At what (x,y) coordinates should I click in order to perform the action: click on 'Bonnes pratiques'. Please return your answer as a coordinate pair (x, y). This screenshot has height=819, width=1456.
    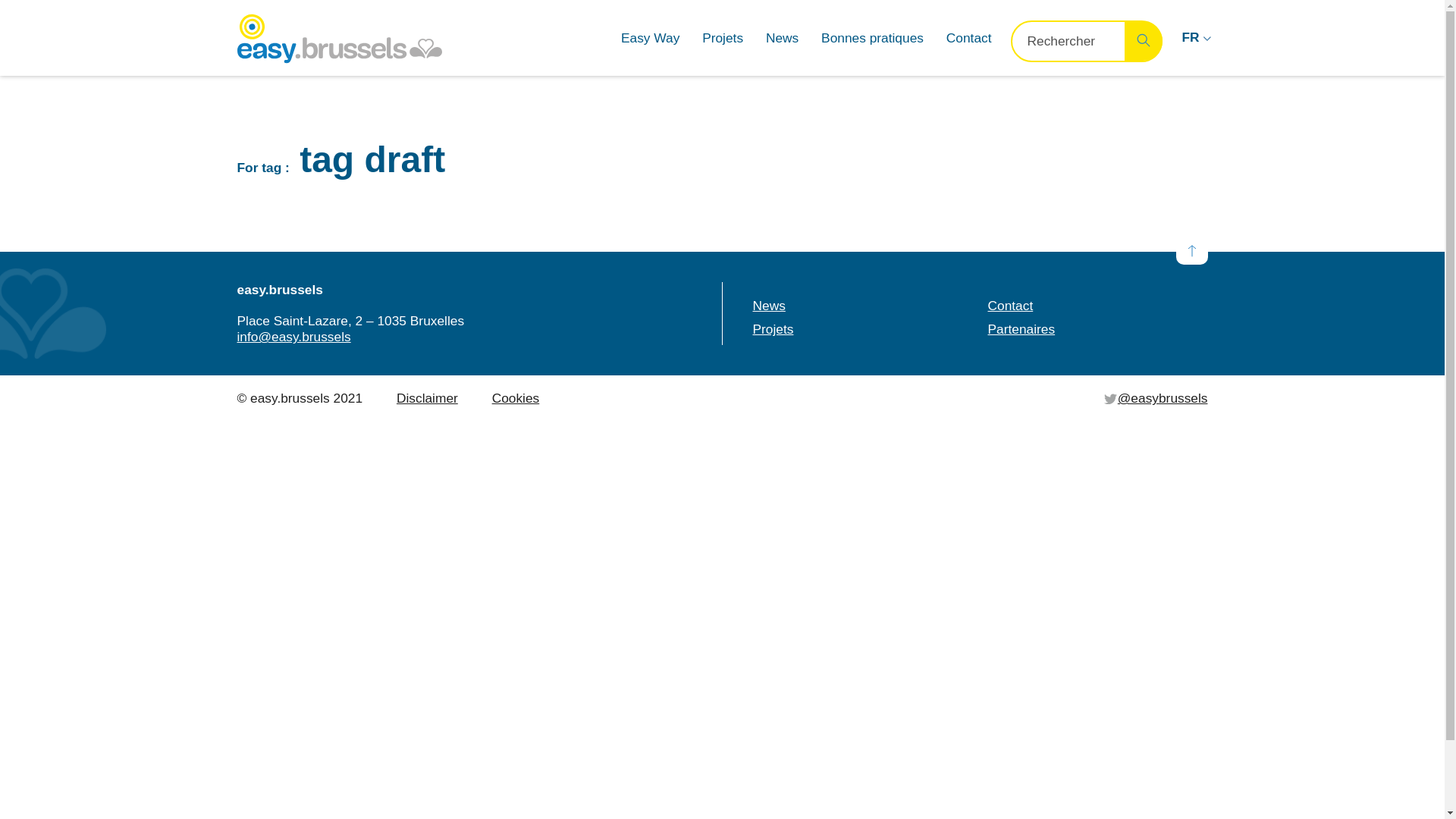
    Looking at the image, I should click on (821, 37).